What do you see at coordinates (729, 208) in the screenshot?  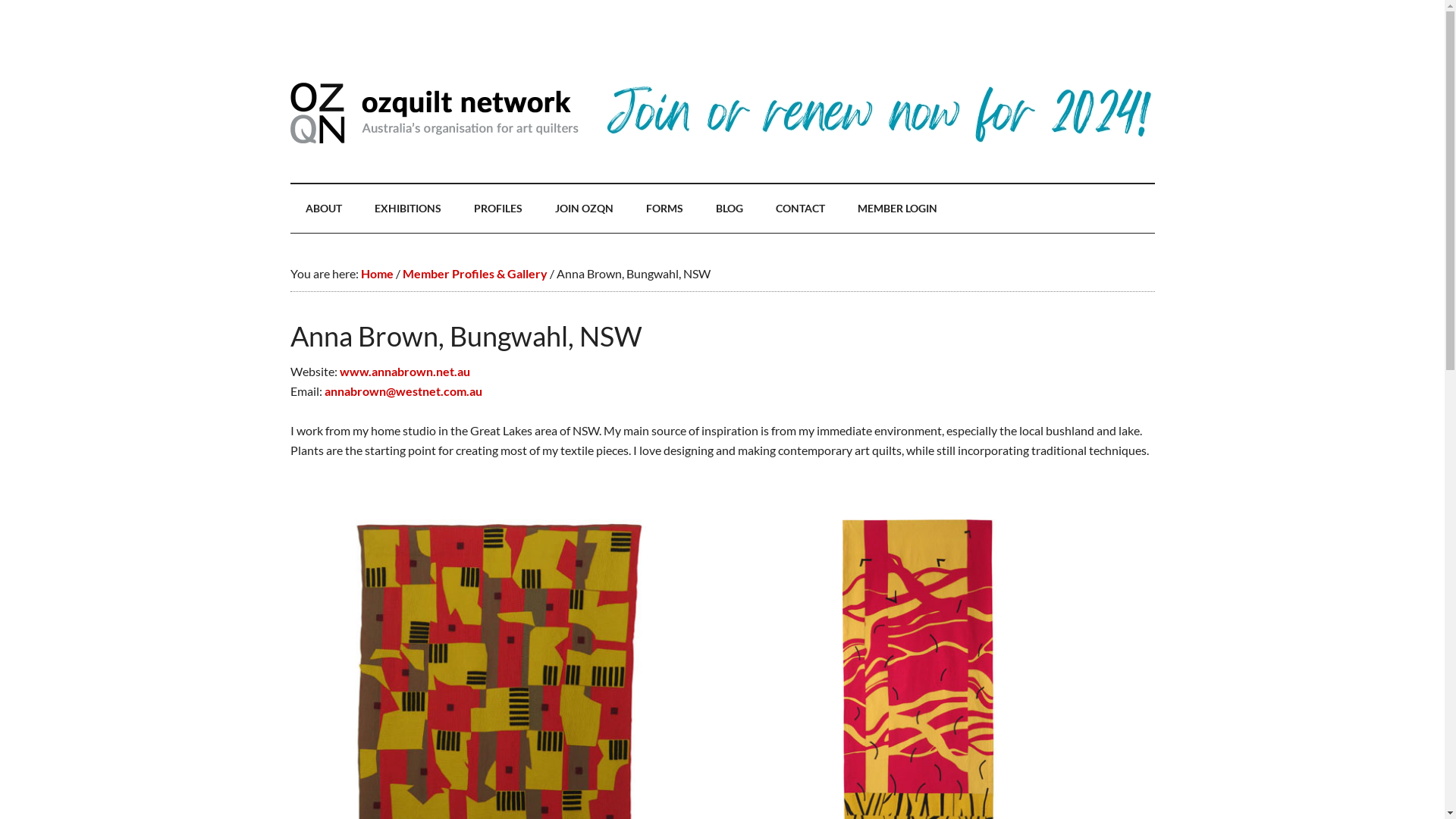 I see `'BLOG'` at bounding box center [729, 208].